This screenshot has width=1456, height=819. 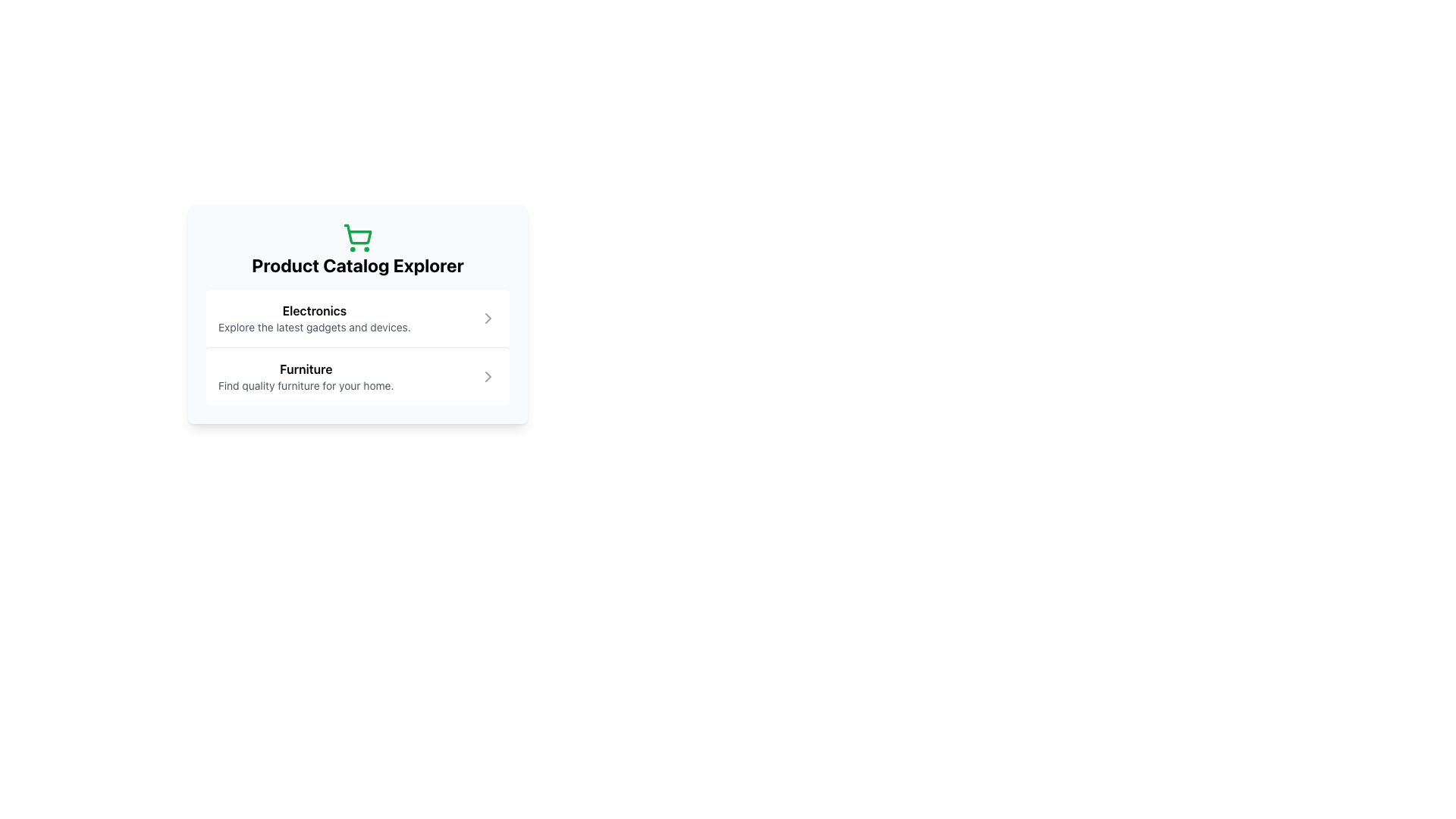 I want to click on the bold 'Furniture' heading text located at the top-center of the interface, so click(x=305, y=369).